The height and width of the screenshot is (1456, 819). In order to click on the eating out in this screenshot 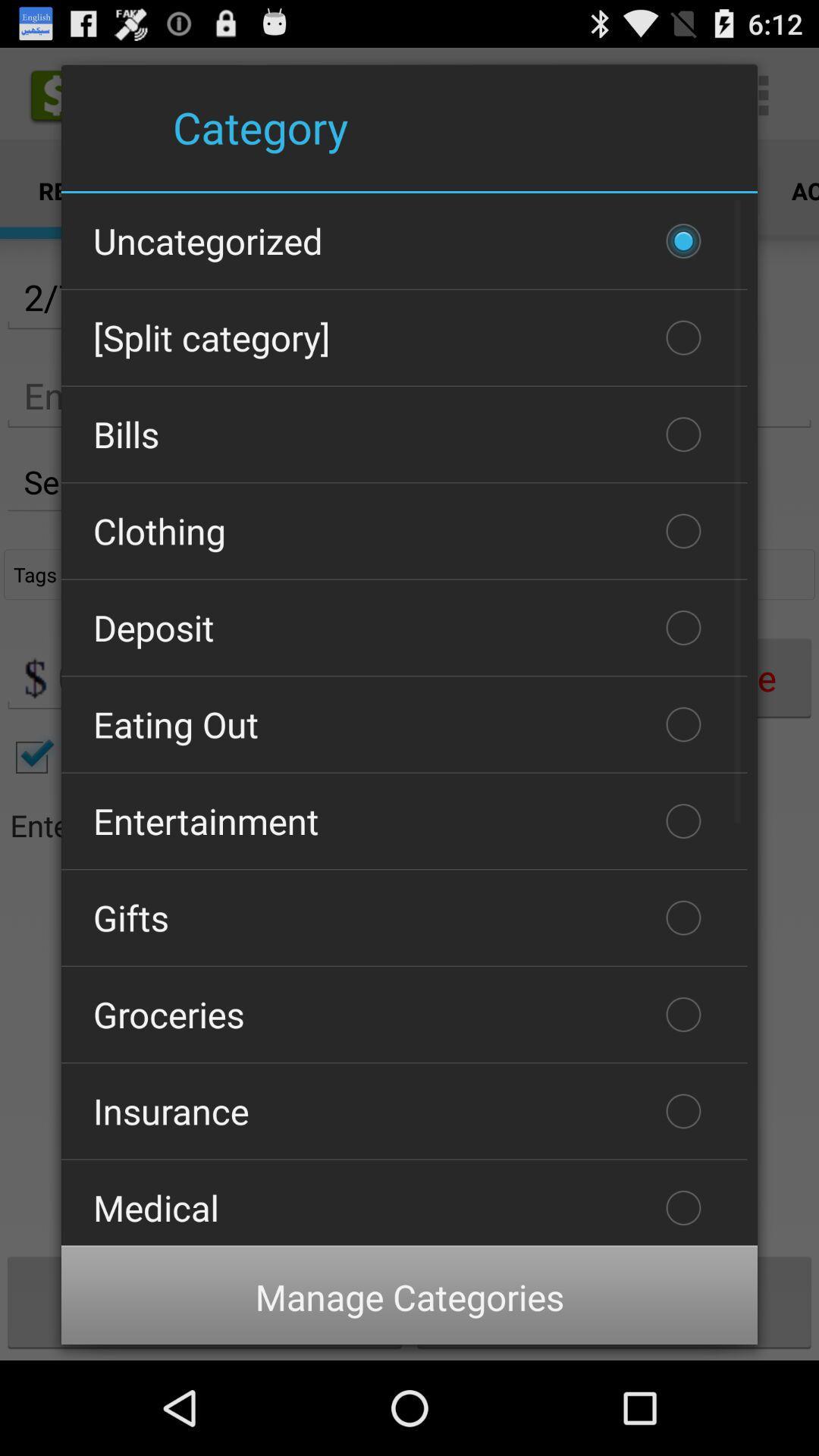, I will do `click(403, 723)`.